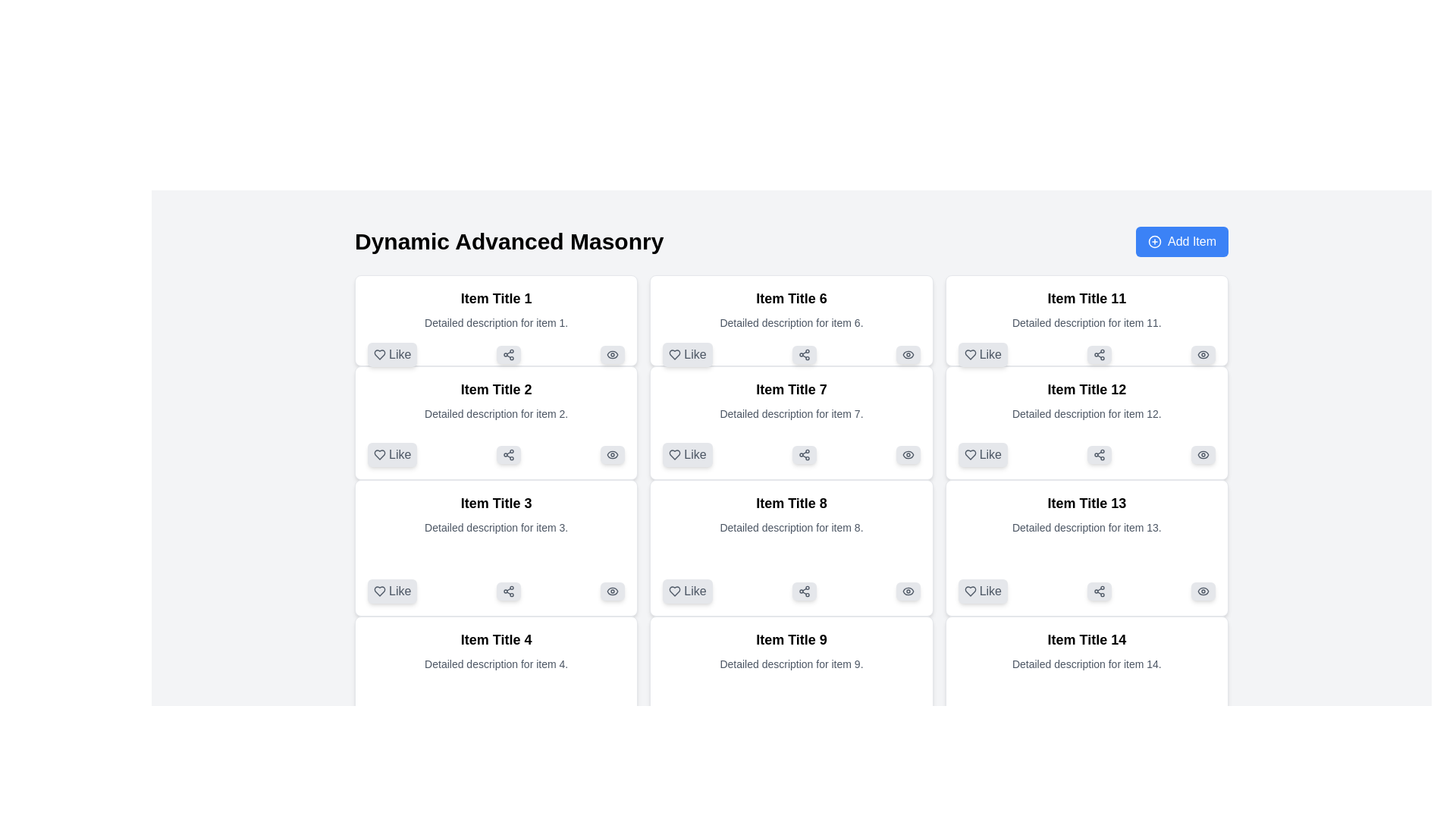  What do you see at coordinates (613, 354) in the screenshot?
I see `the visibility button with an eye icon located beneath 'Item Title 1'` at bounding box center [613, 354].